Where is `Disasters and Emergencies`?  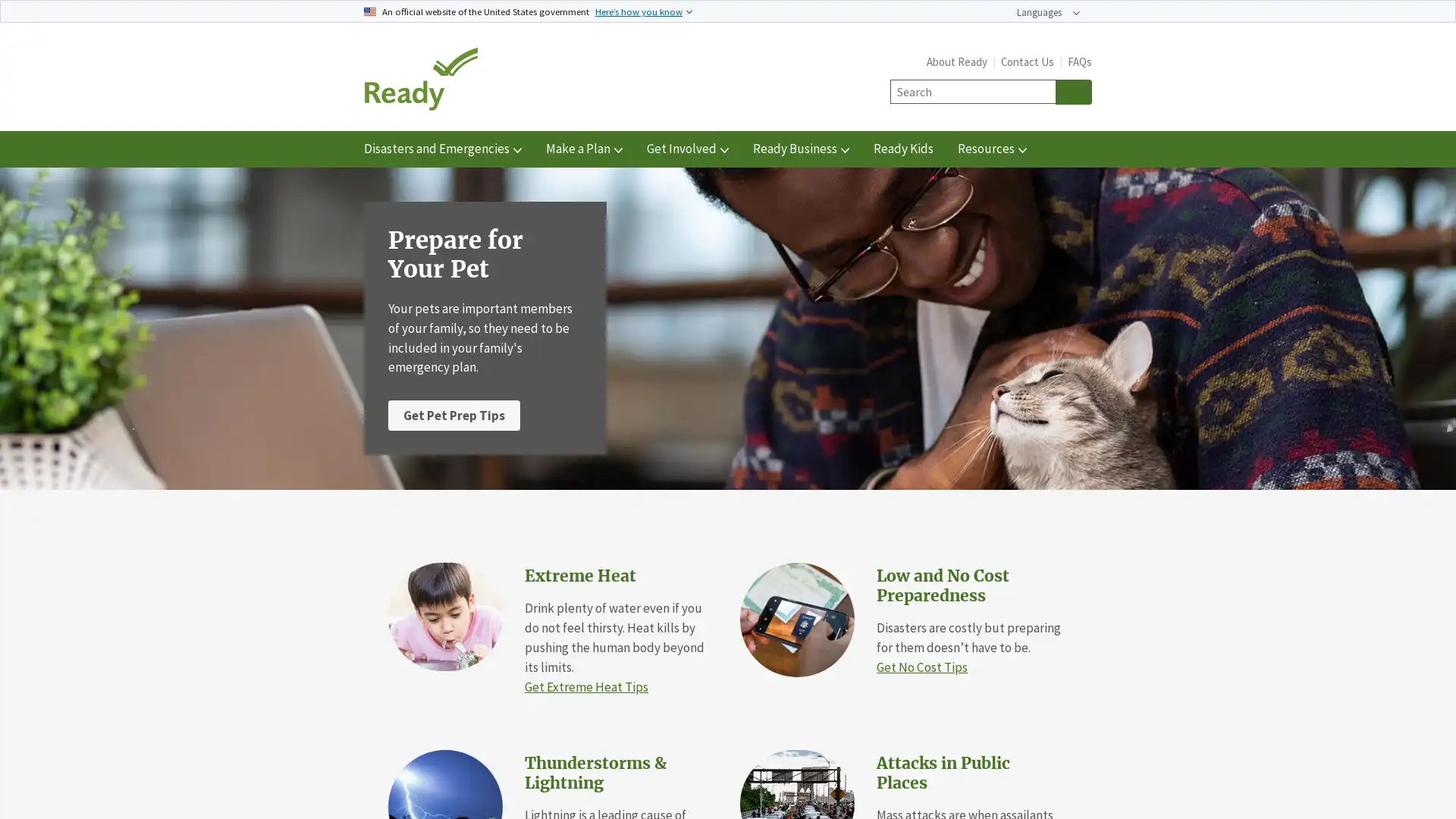 Disasters and Emergencies is located at coordinates (442, 149).